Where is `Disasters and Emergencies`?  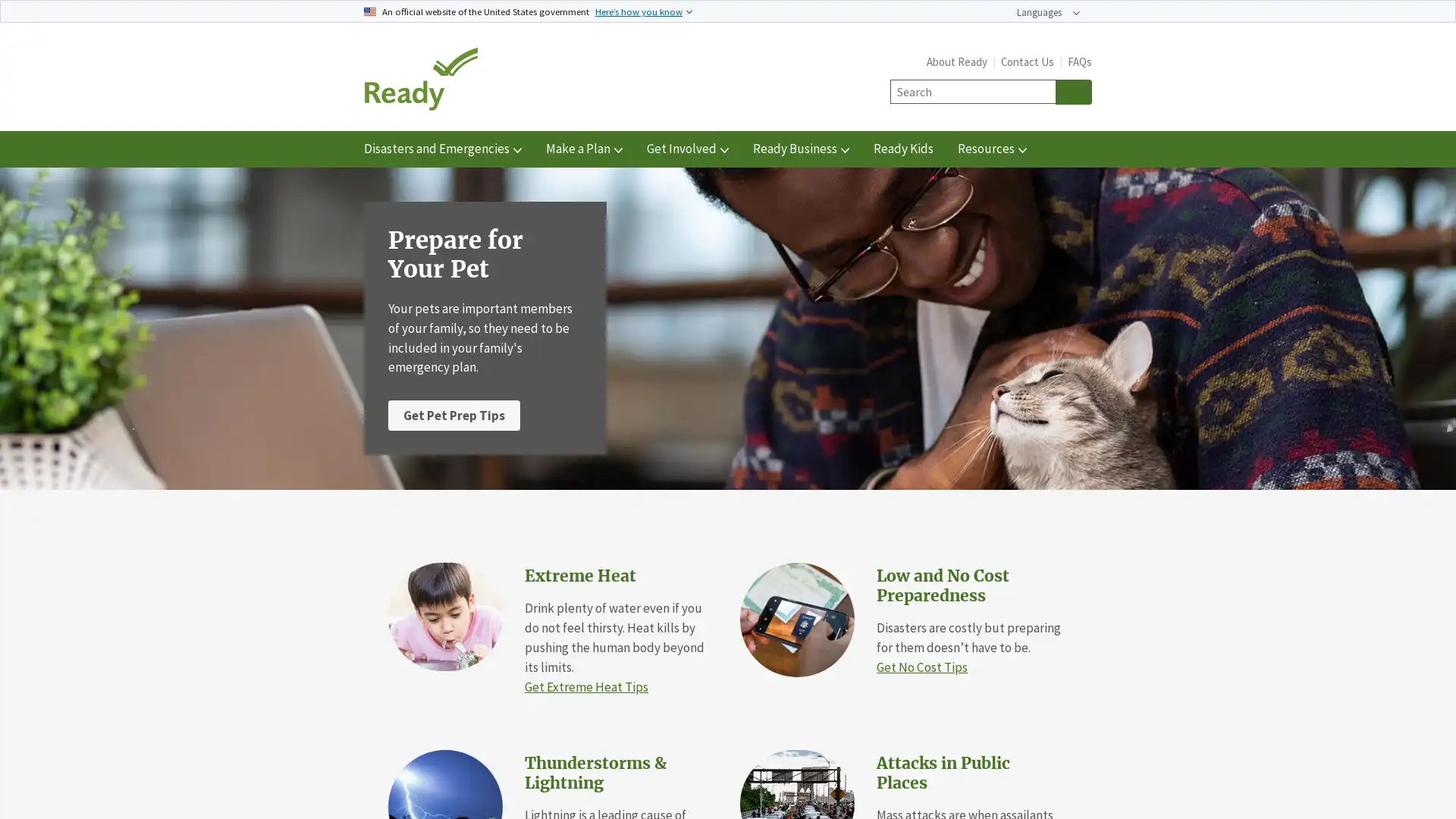 Disasters and Emergencies is located at coordinates (442, 149).